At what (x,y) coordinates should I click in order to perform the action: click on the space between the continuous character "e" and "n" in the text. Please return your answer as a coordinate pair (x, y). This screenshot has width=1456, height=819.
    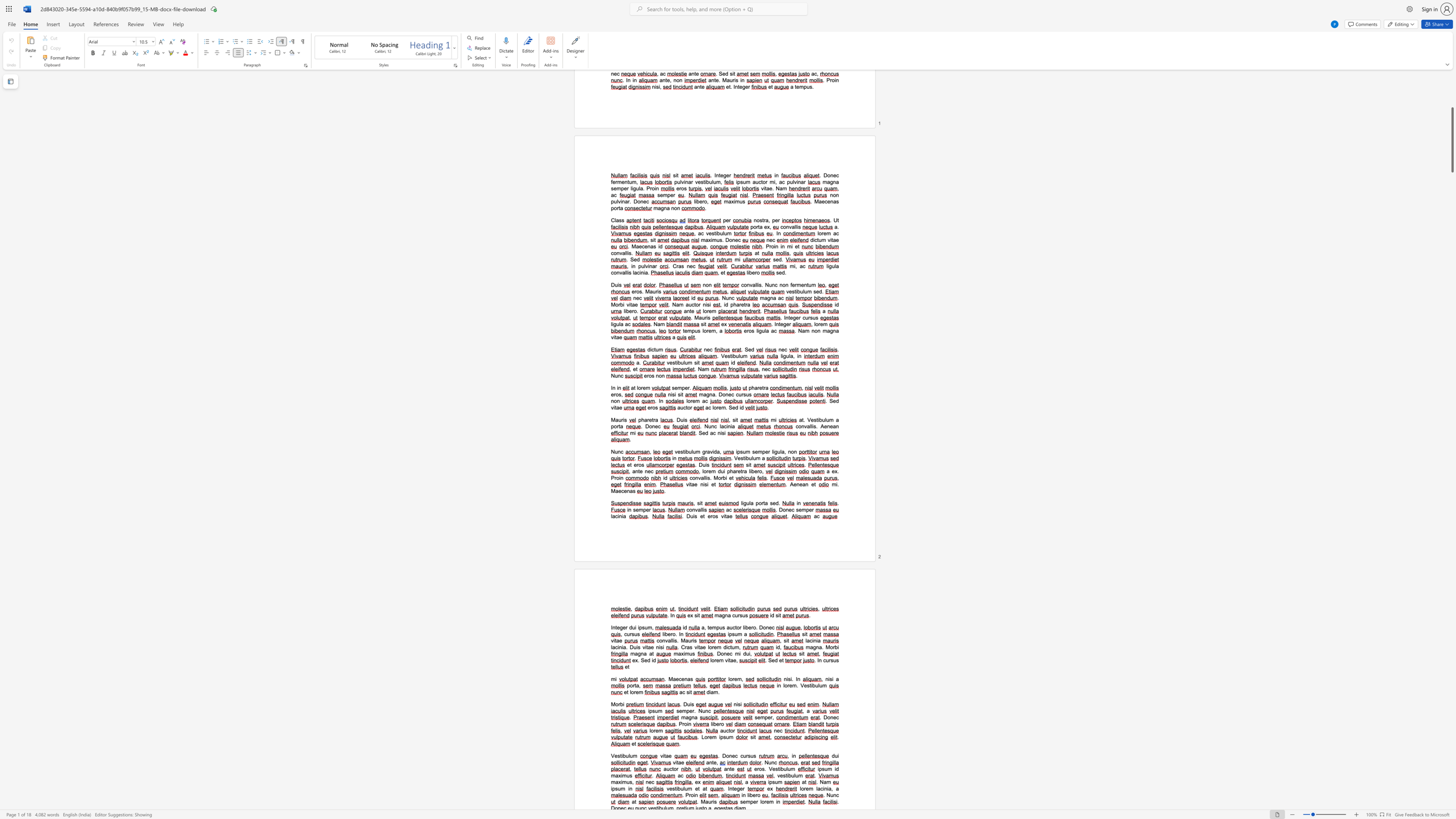
    Looking at the image, I should click on (626, 490).